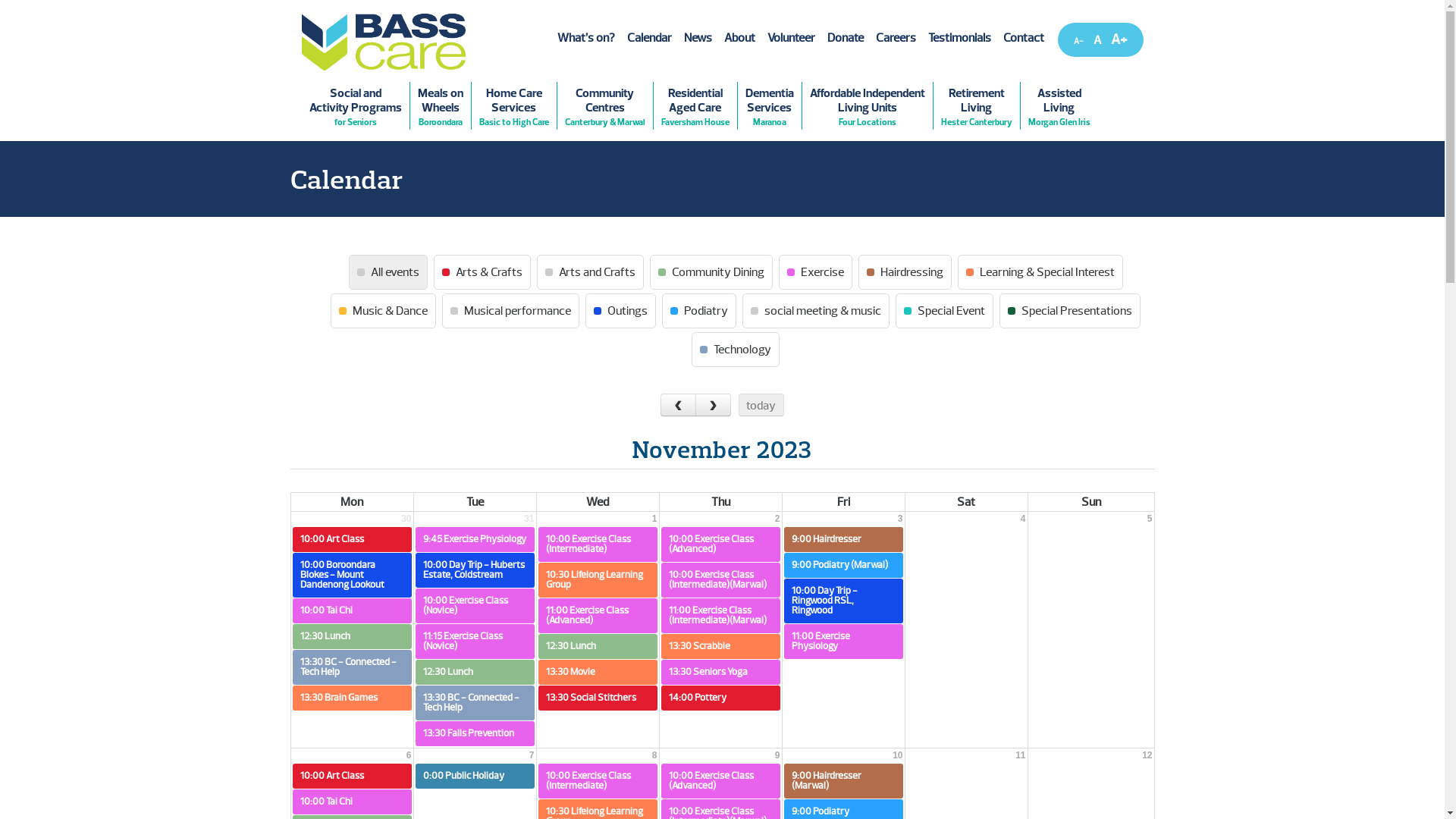  I want to click on 'Residential, so click(694, 105).